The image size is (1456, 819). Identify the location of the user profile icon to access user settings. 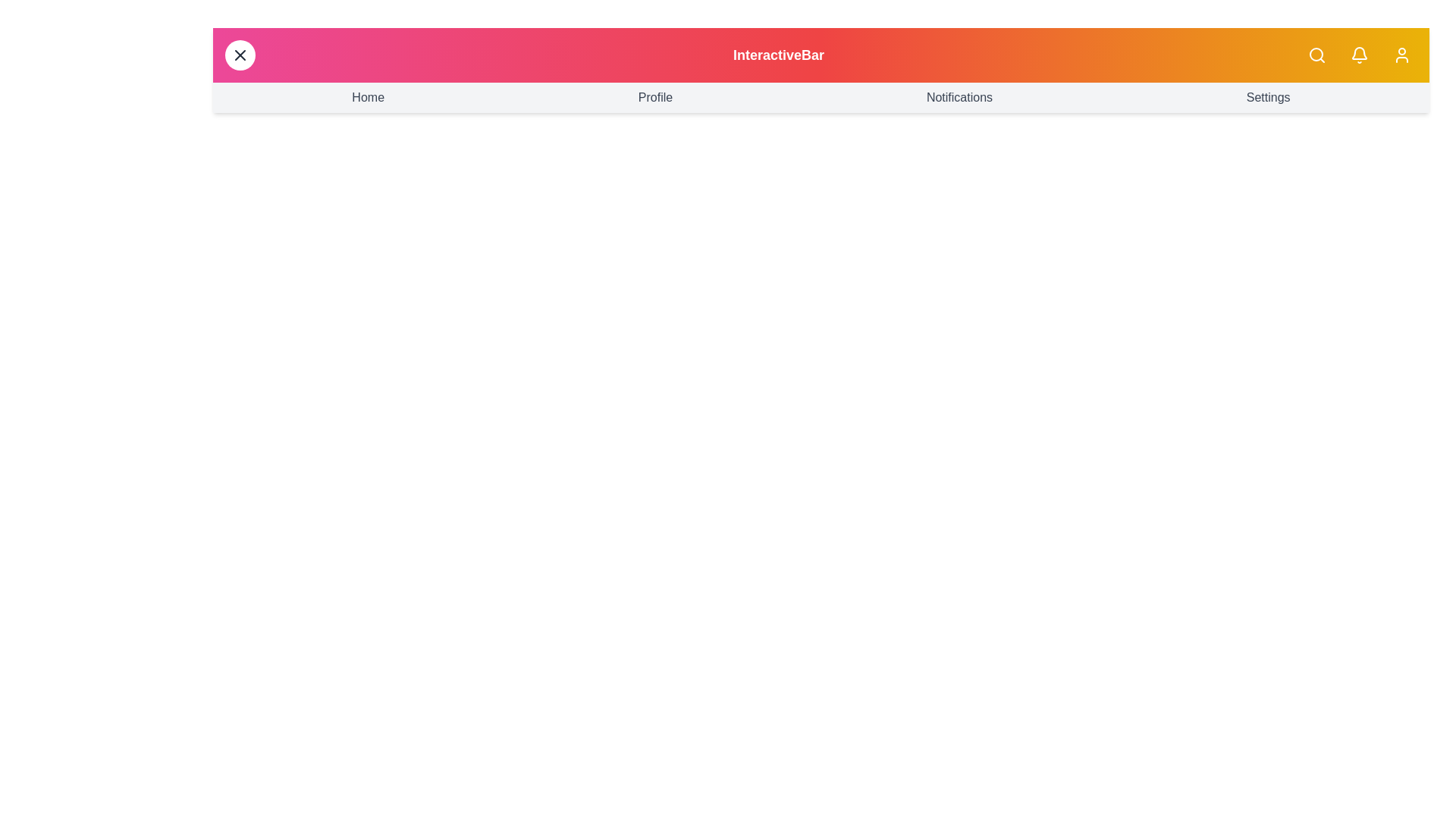
(1401, 55).